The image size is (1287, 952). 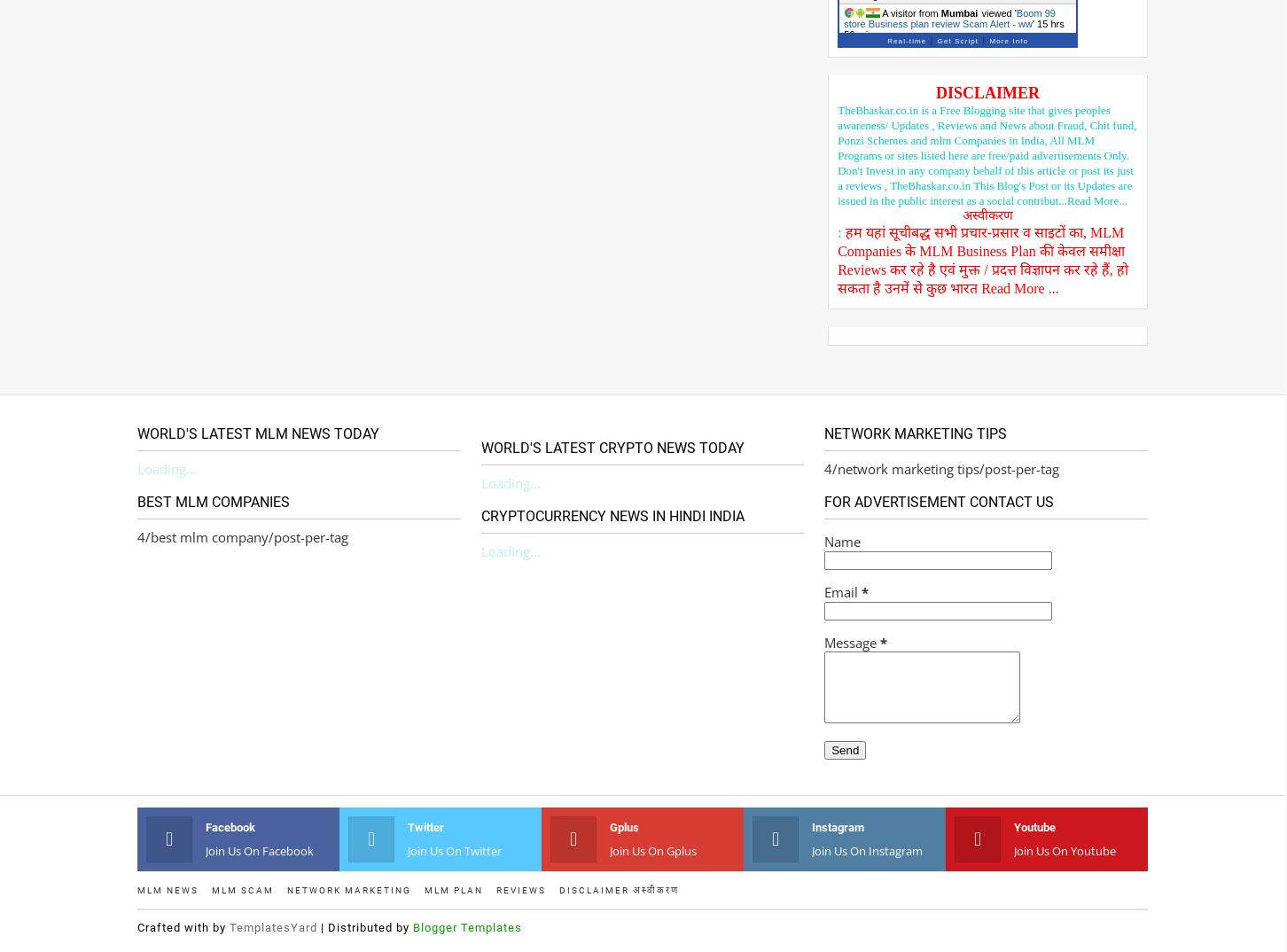 What do you see at coordinates (412, 926) in the screenshot?
I see `'Blogger Templates'` at bounding box center [412, 926].